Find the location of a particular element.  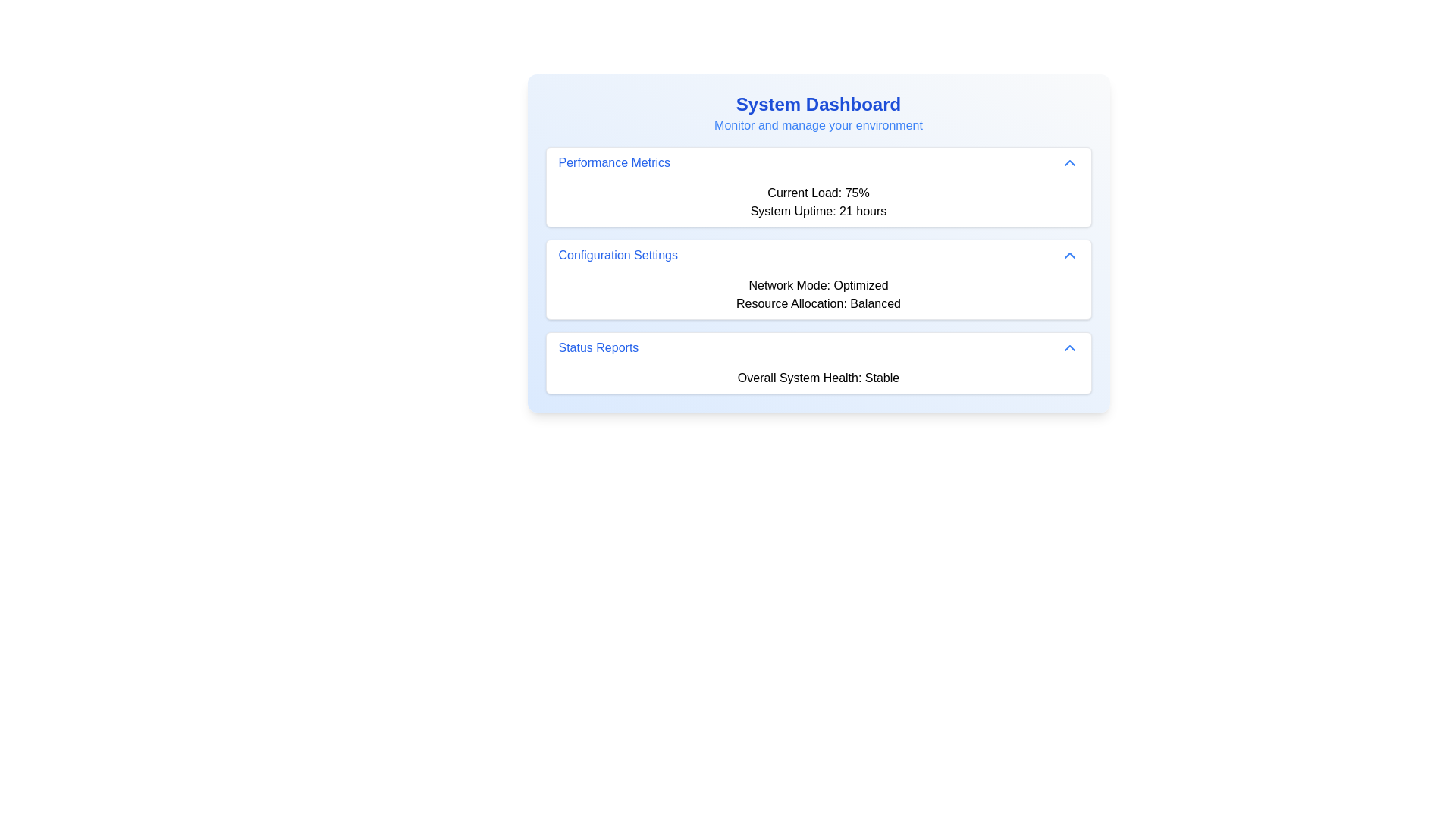

the Information Card that displays system performance metrics, which is located at the topmost section above the 'Configuration Settings' card is located at coordinates (817, 186).